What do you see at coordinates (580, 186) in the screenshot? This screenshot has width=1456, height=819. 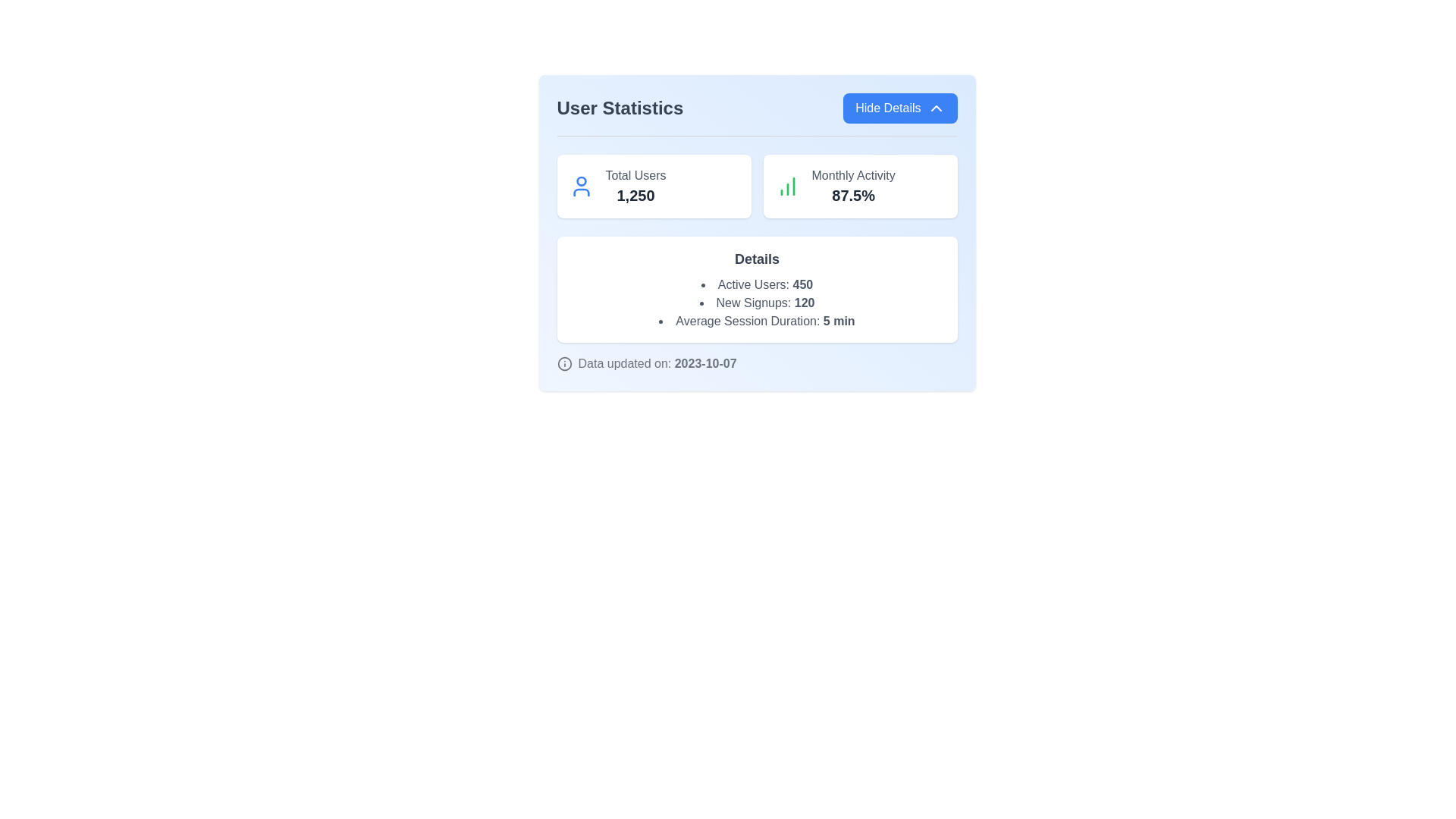 I see `the blue user icon representing a single user, which is the first element within the rectangle labeled 'Total Users 1,250'` at bounding box center [580, 186].